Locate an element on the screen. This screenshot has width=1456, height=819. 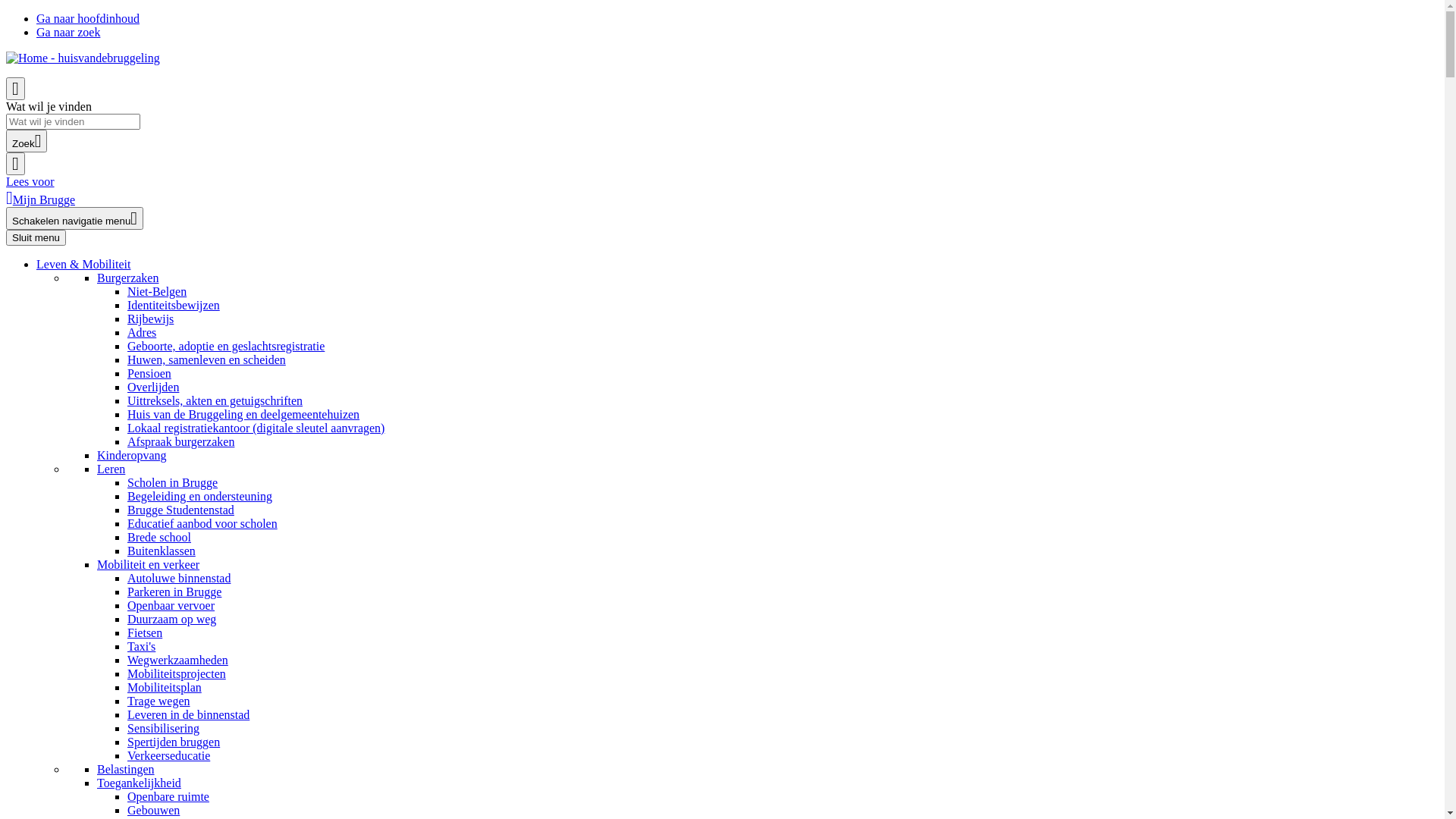
'Openbare ruimte' is located at coordinates (127, 795).